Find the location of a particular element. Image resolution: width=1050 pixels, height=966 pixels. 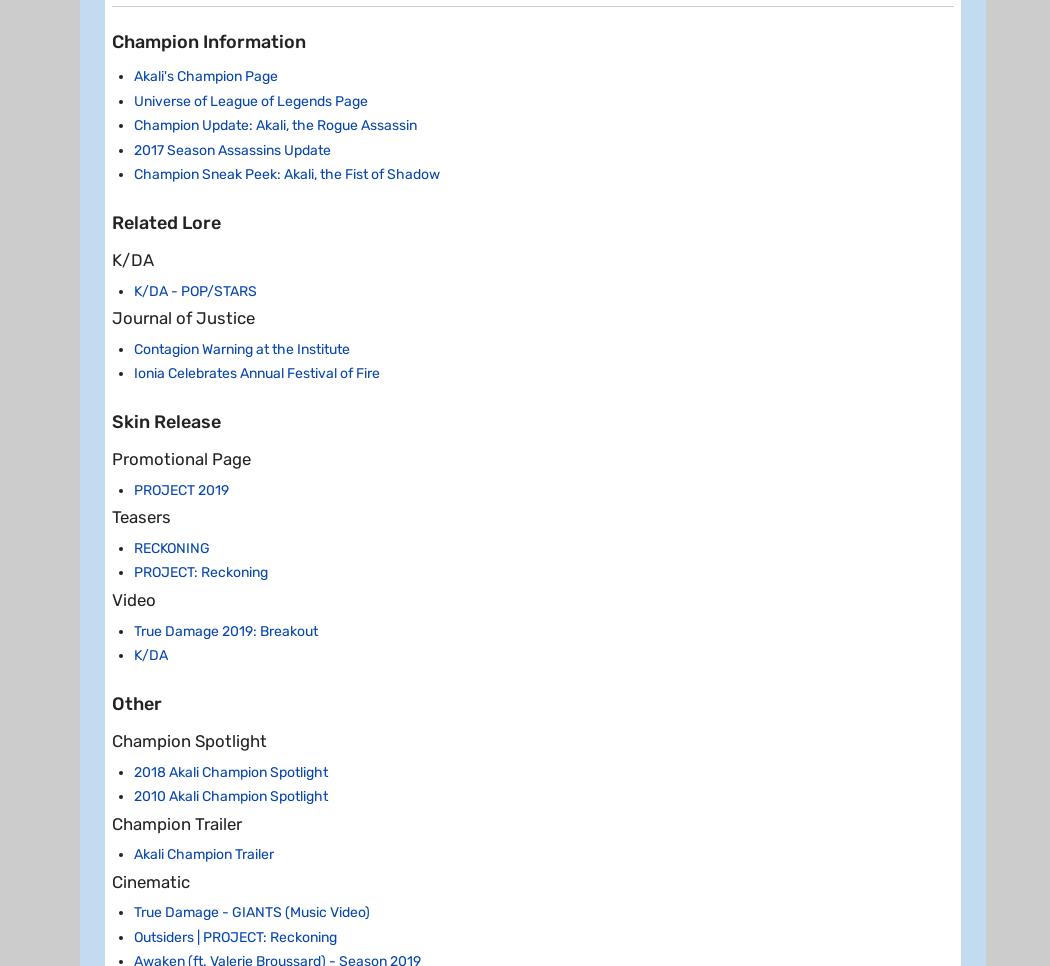

'[120/180/240]' is located at coordinates (379, 136).